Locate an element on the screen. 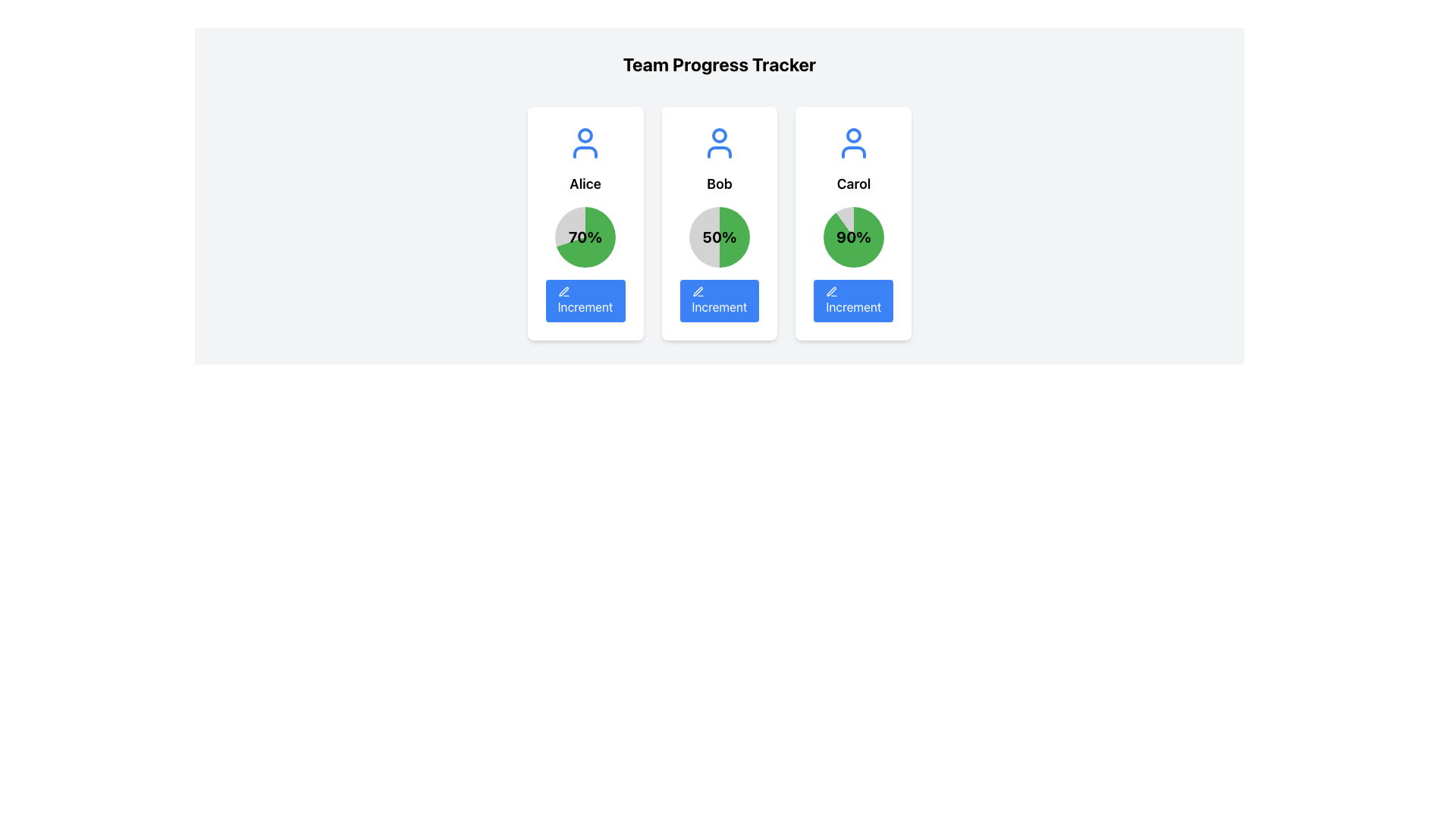 The image size is (1456, 819). the bold '90%' text label within the circular progress indicator under the user labeled 'Carol' is located at coordinates (853, 237).